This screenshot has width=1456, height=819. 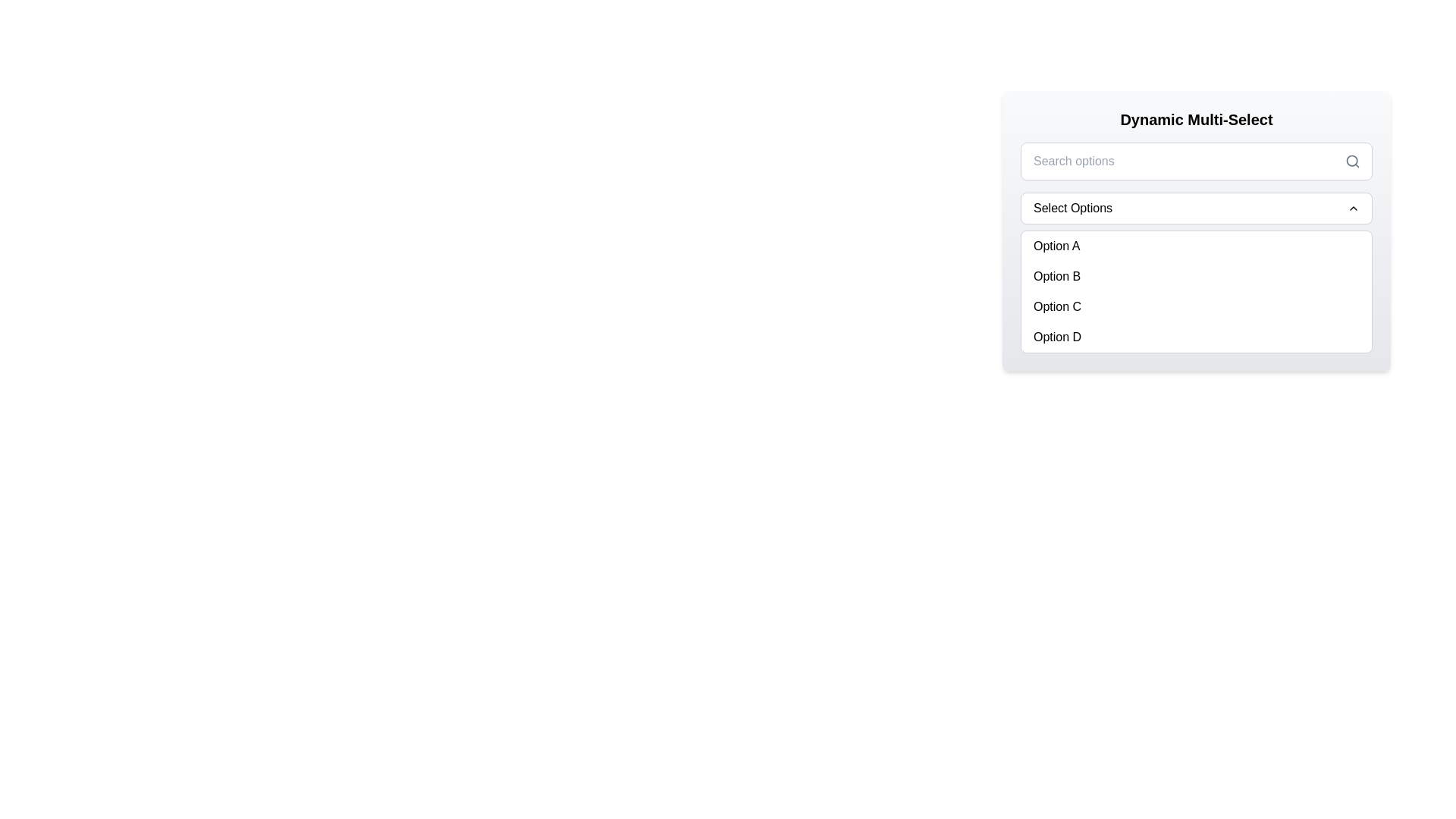 I want to click on the small upward-facing chevron icon located to the far right of the 'Select Options' dropdown menu, so click(x=1354, y=208).